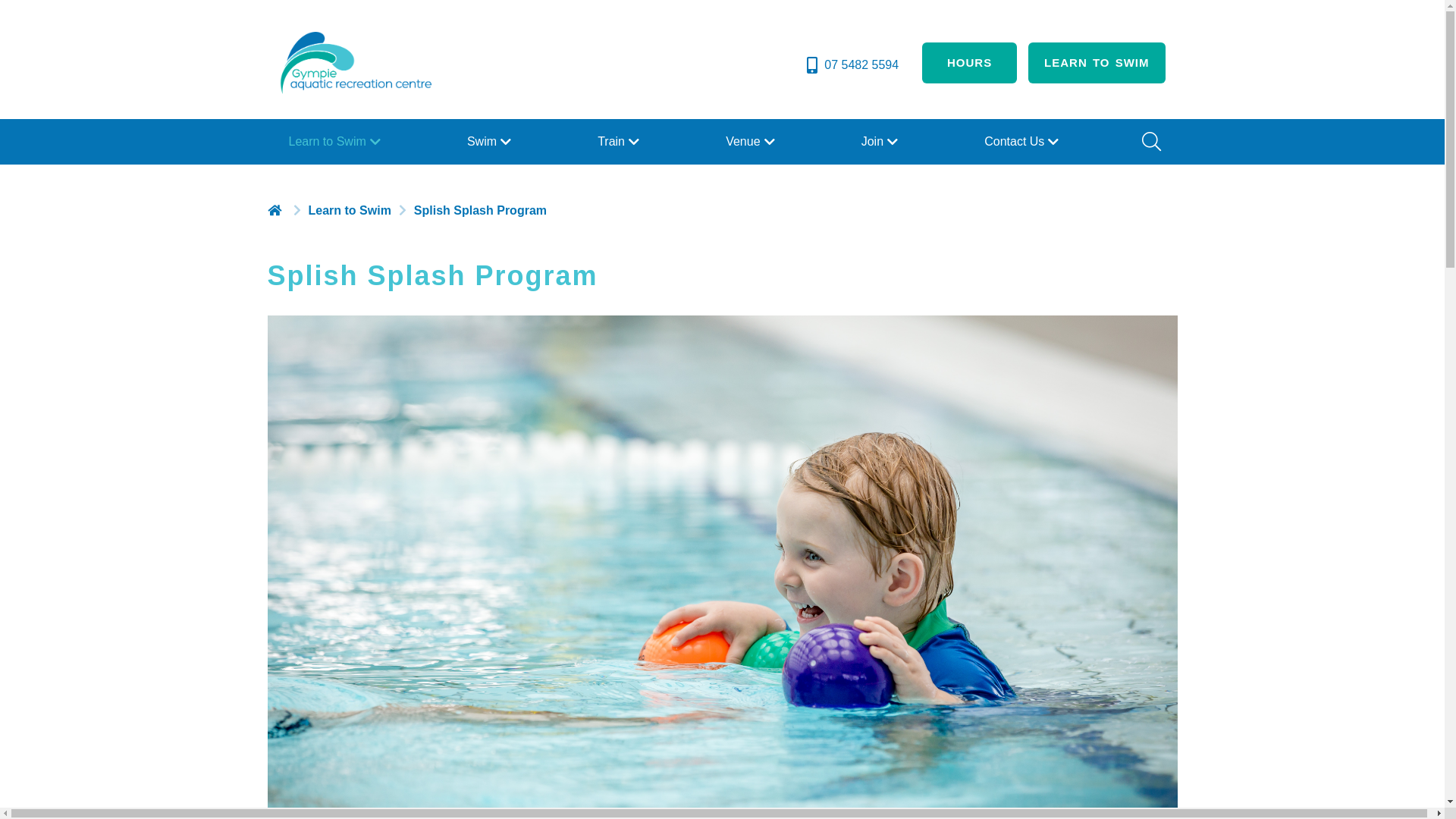  I want to click on '07 5482 5594', so click(851, 64).